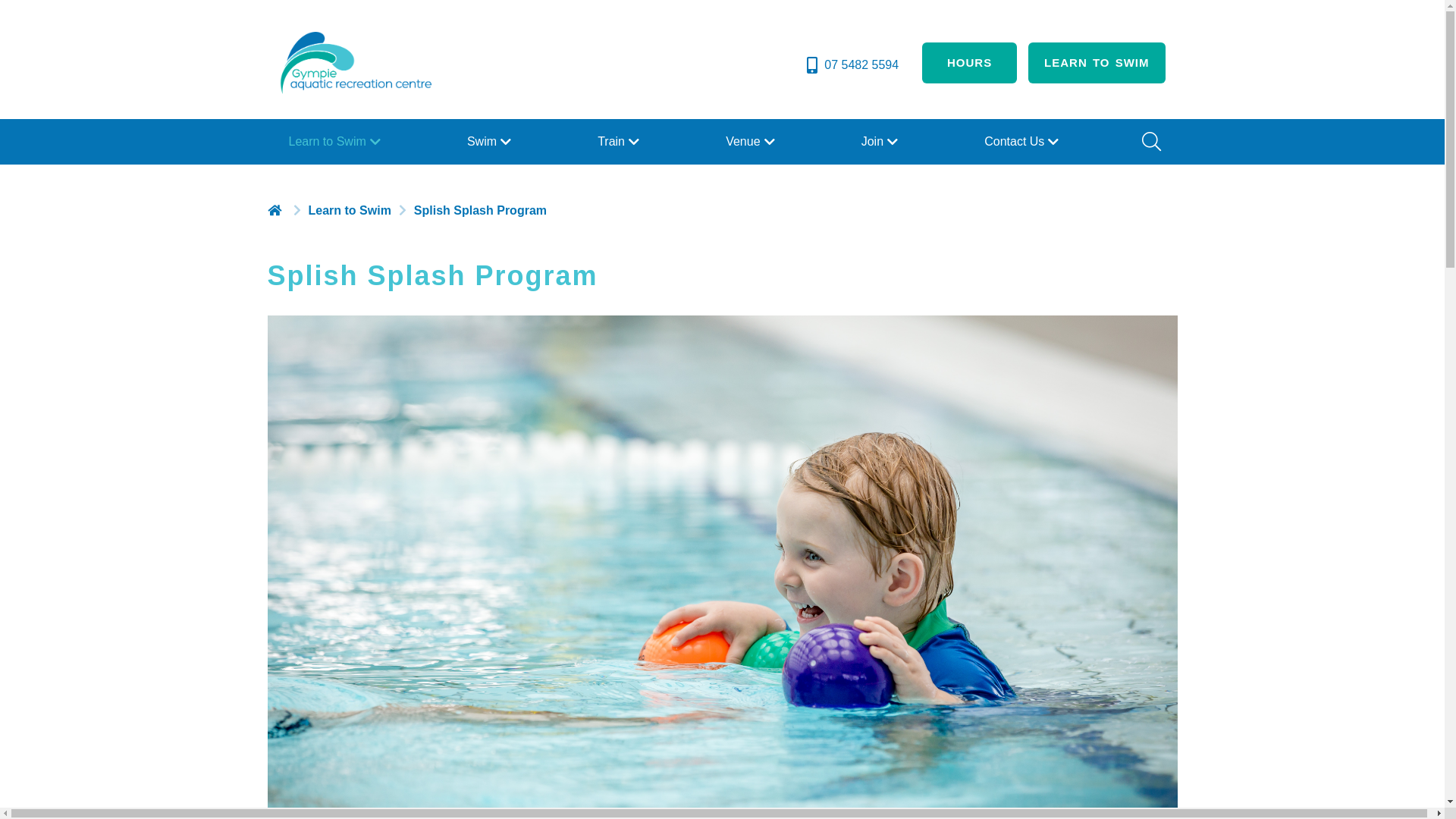  I want to click on '07 5482 5594', so click(851, 64).